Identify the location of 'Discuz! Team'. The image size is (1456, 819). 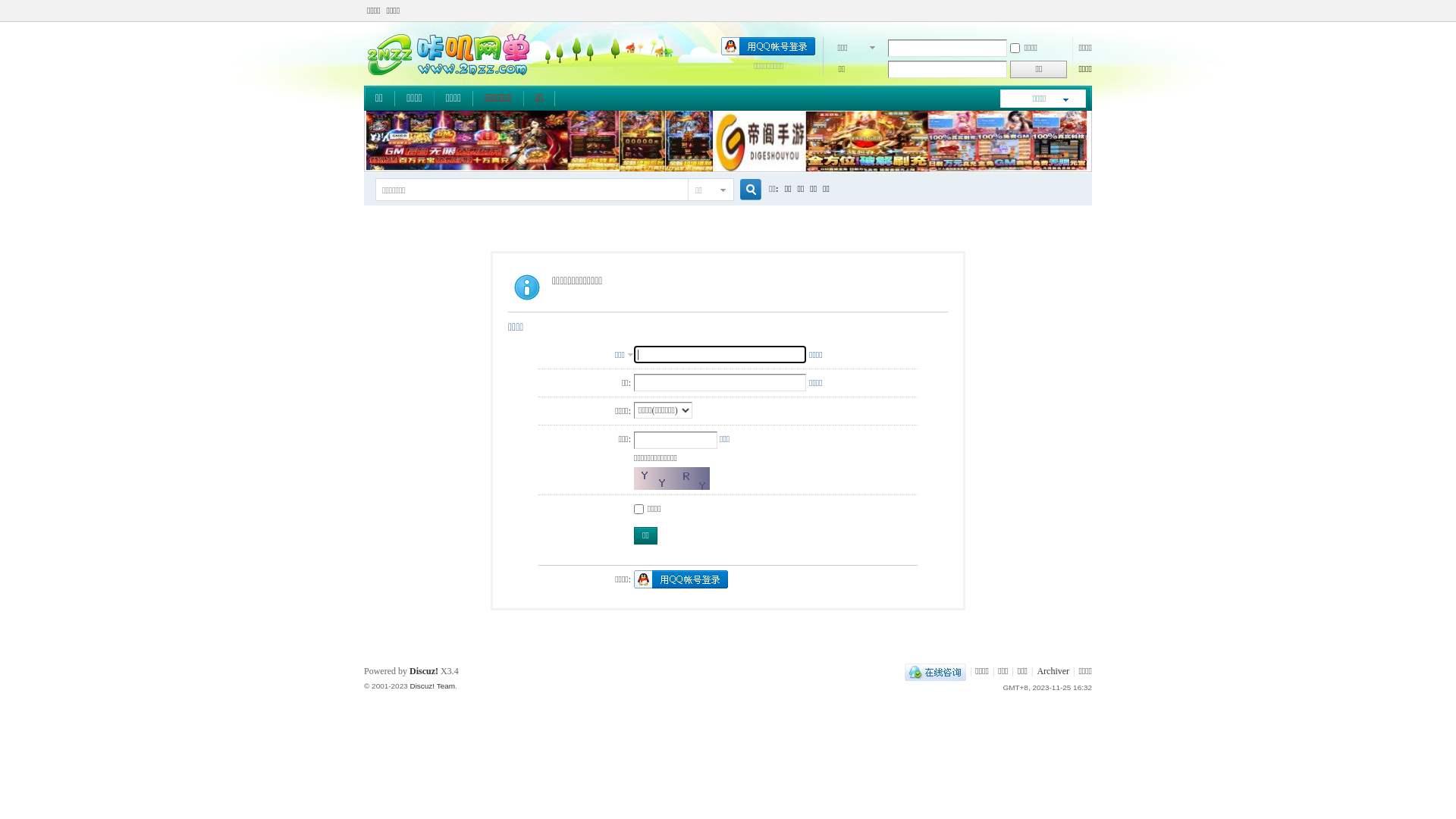
(409, 686).